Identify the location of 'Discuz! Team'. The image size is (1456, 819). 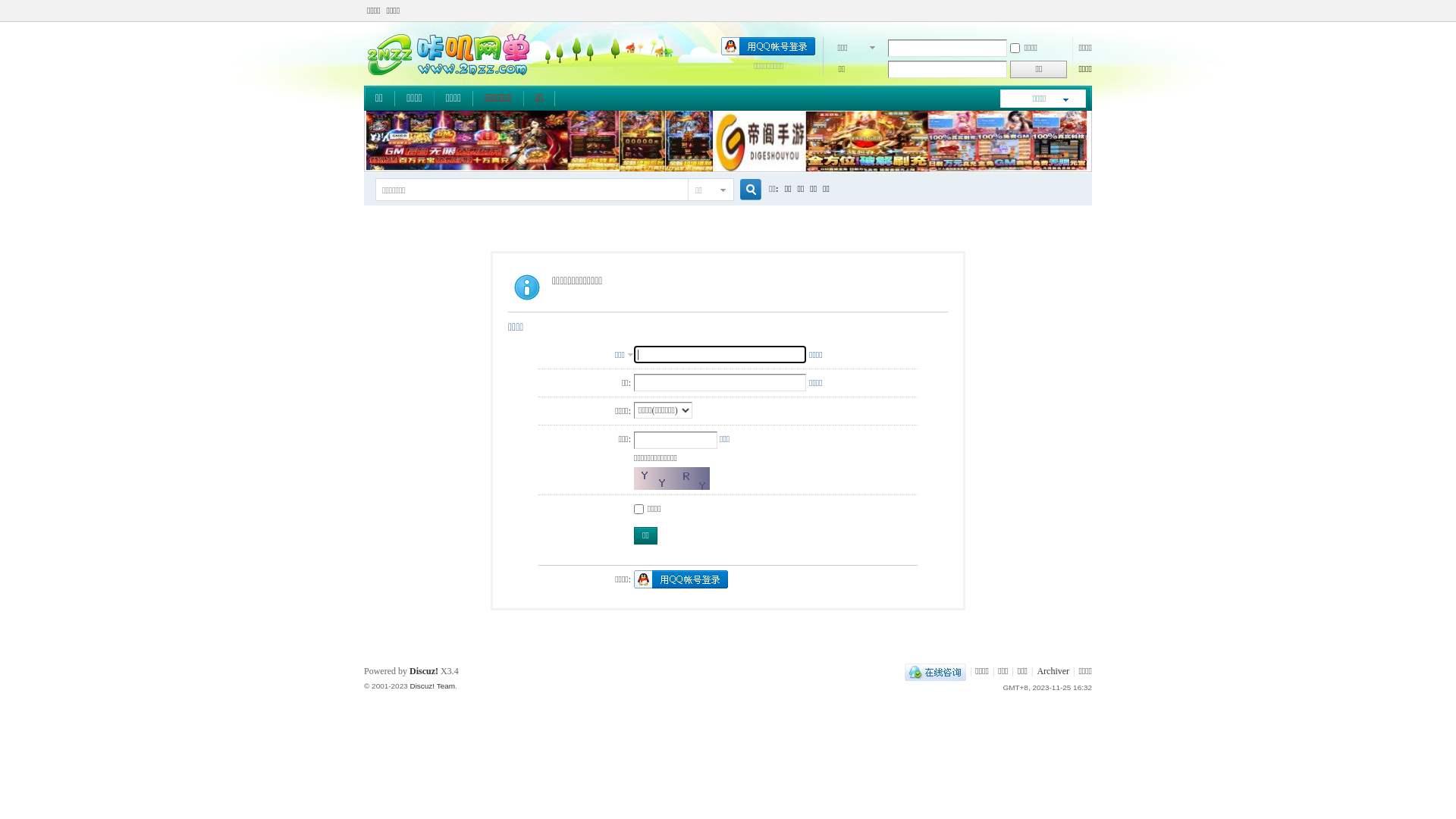
(409, 686).